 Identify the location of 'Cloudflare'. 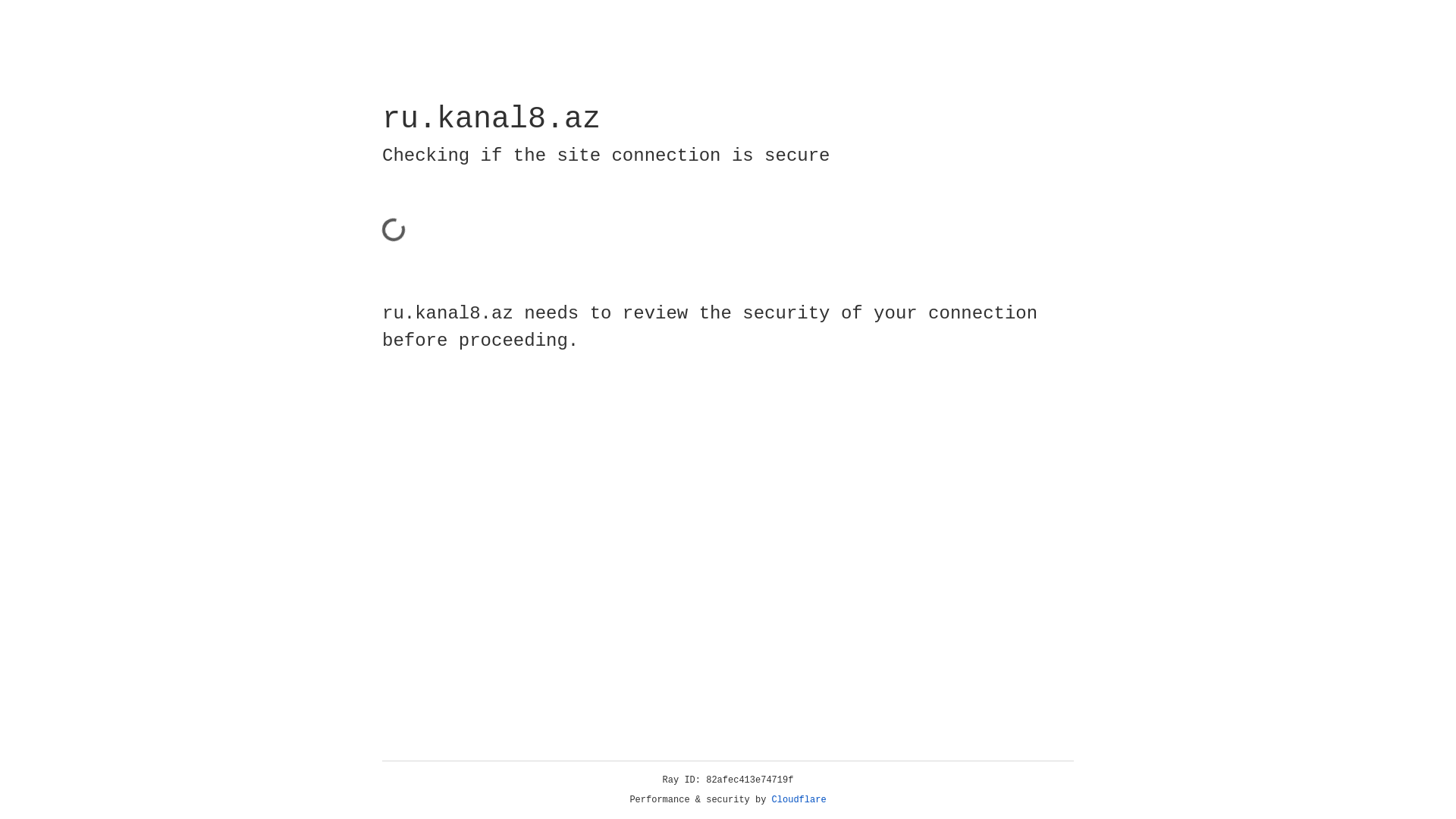
(771, 799).